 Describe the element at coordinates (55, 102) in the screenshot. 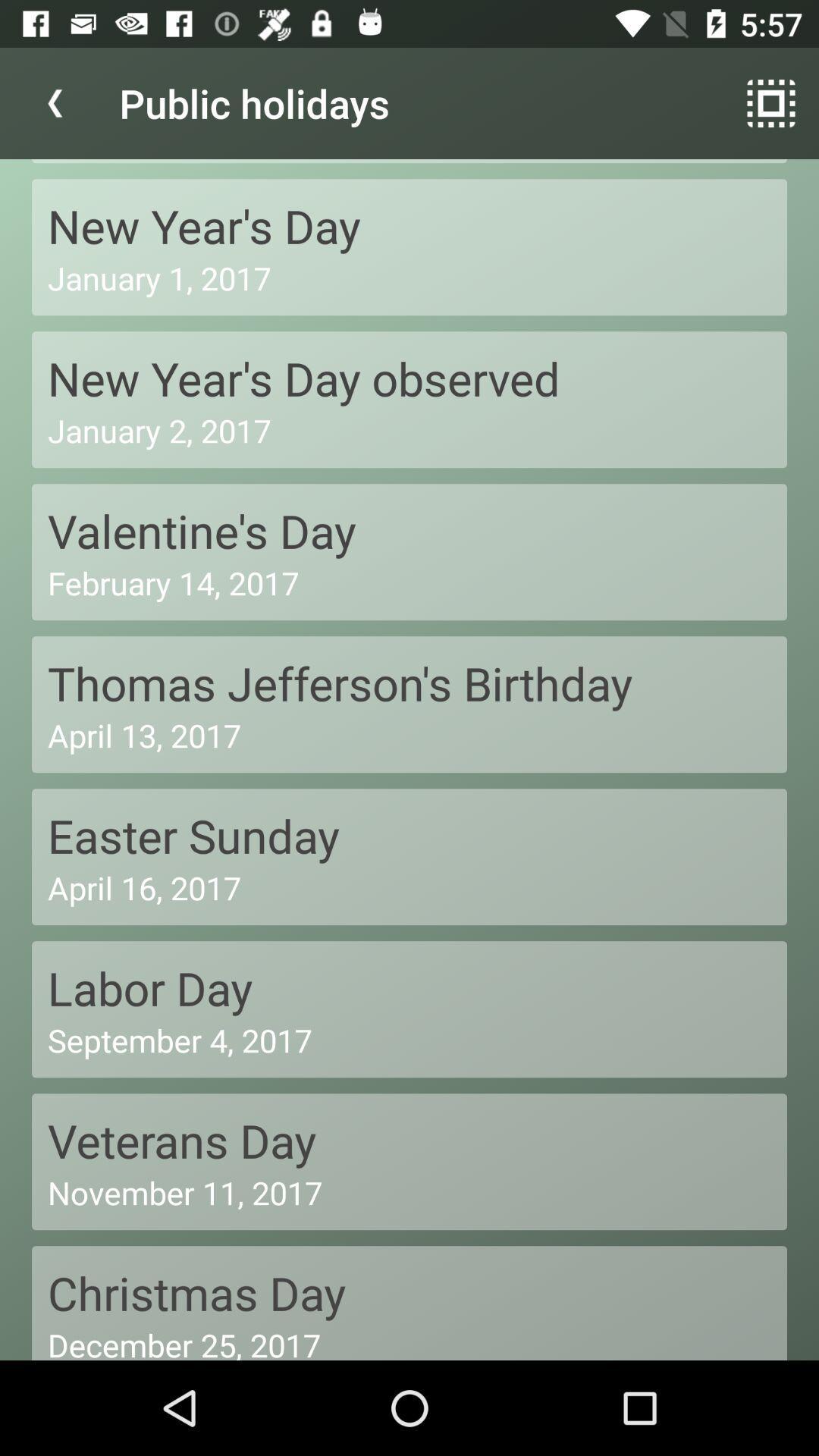

I see `item above the new year s item` at that location.